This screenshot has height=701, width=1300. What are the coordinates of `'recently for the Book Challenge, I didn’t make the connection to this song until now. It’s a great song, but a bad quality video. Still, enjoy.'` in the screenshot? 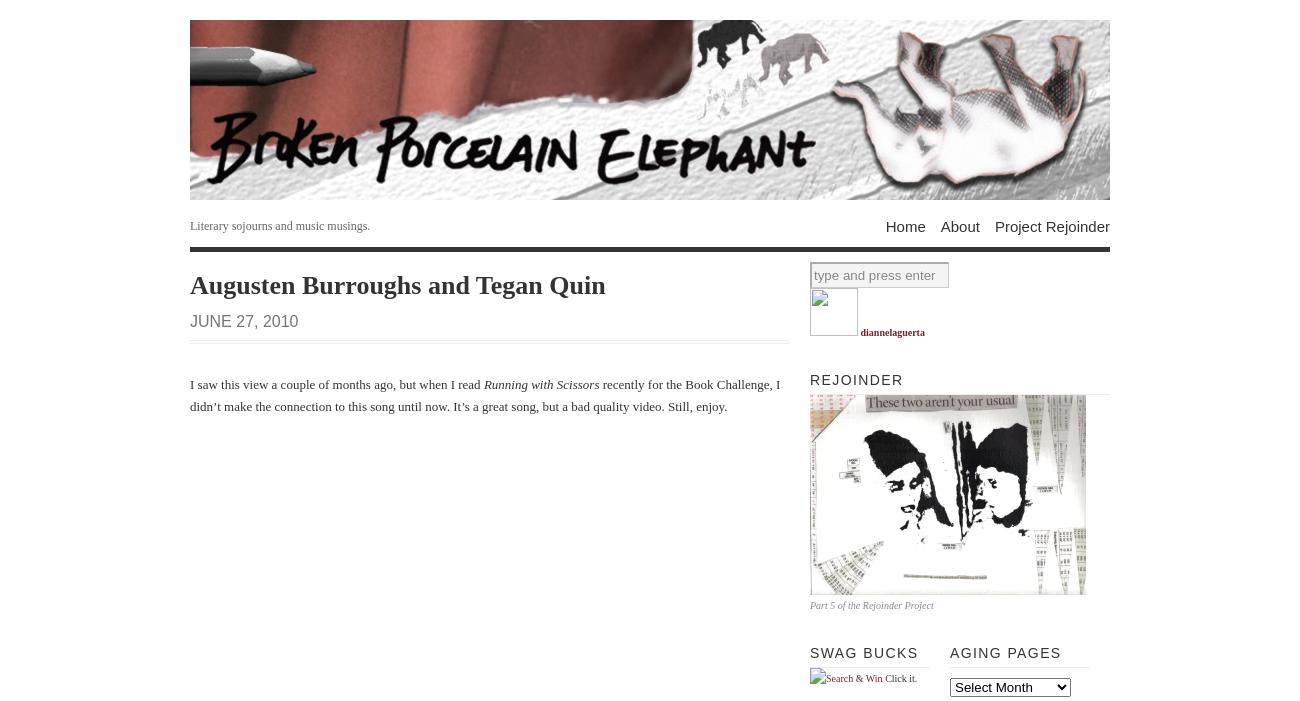 It's located at (484, 394).